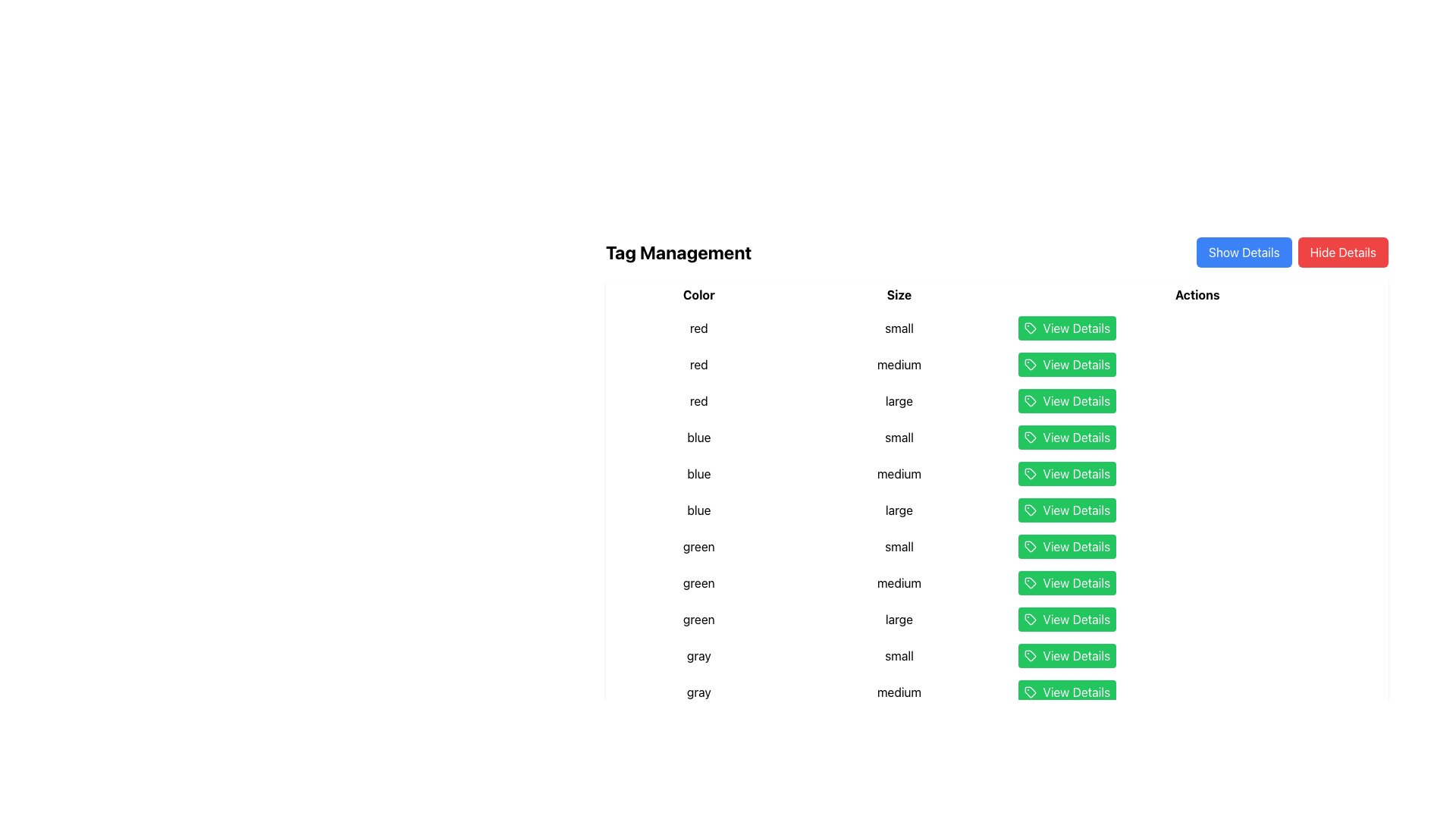  I want to click on the green rectangular button labeled 'View Details' surrounding the small, green, tag-shaped icon located in the 'Actions' column of a table, so click(1030, 365).